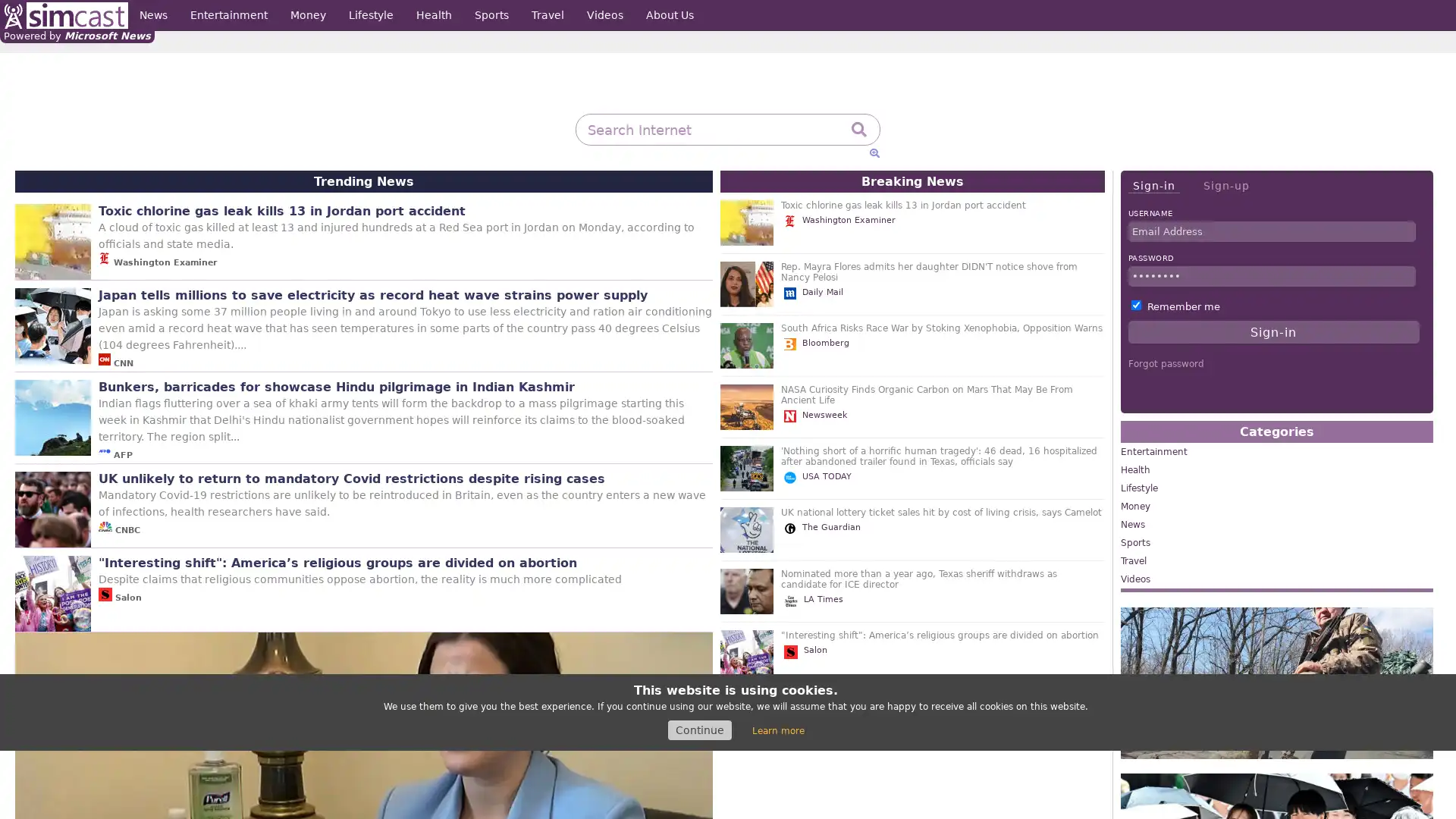 This screenshot has height=819, width=1456. Describe the element at coordinates (1225, 185) in the screenshot. I see `Sign-up` at that location.